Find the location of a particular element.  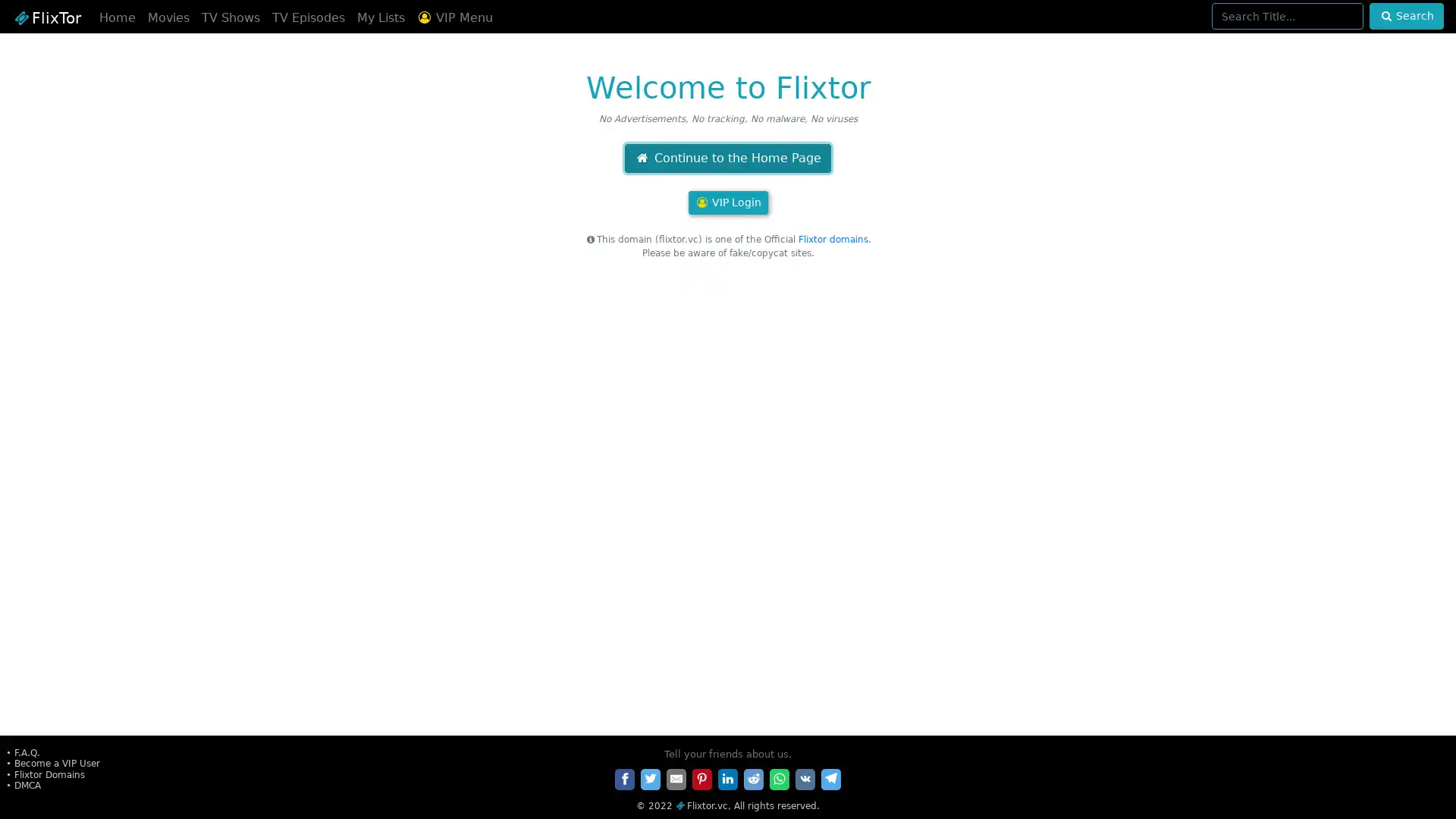

VIP Login is located at coordinates (726, 202).